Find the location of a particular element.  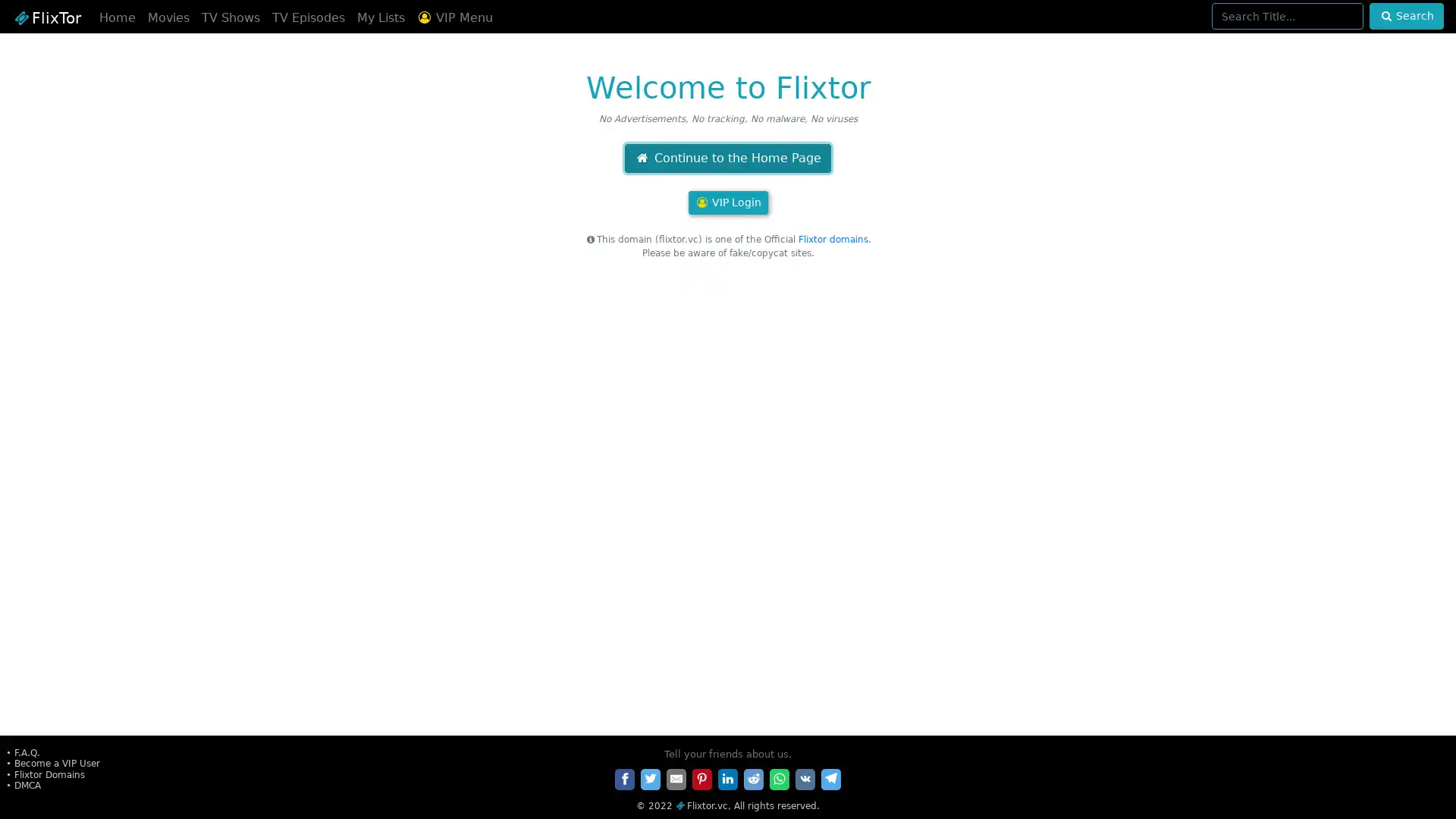

VIP Login is located at coordinates (726, 202).